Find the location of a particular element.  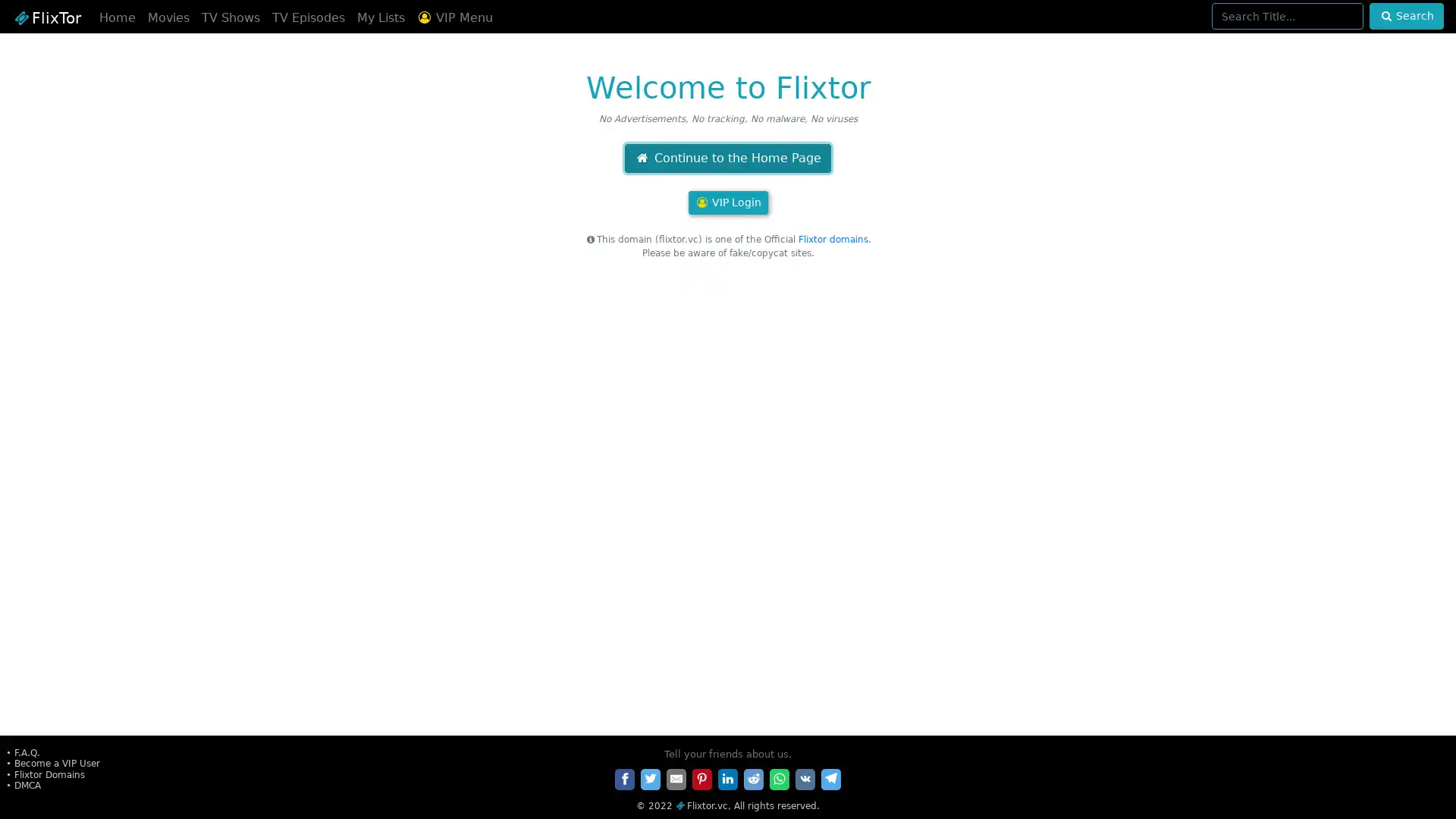

VIP Login is located at coordinates (726, 202).